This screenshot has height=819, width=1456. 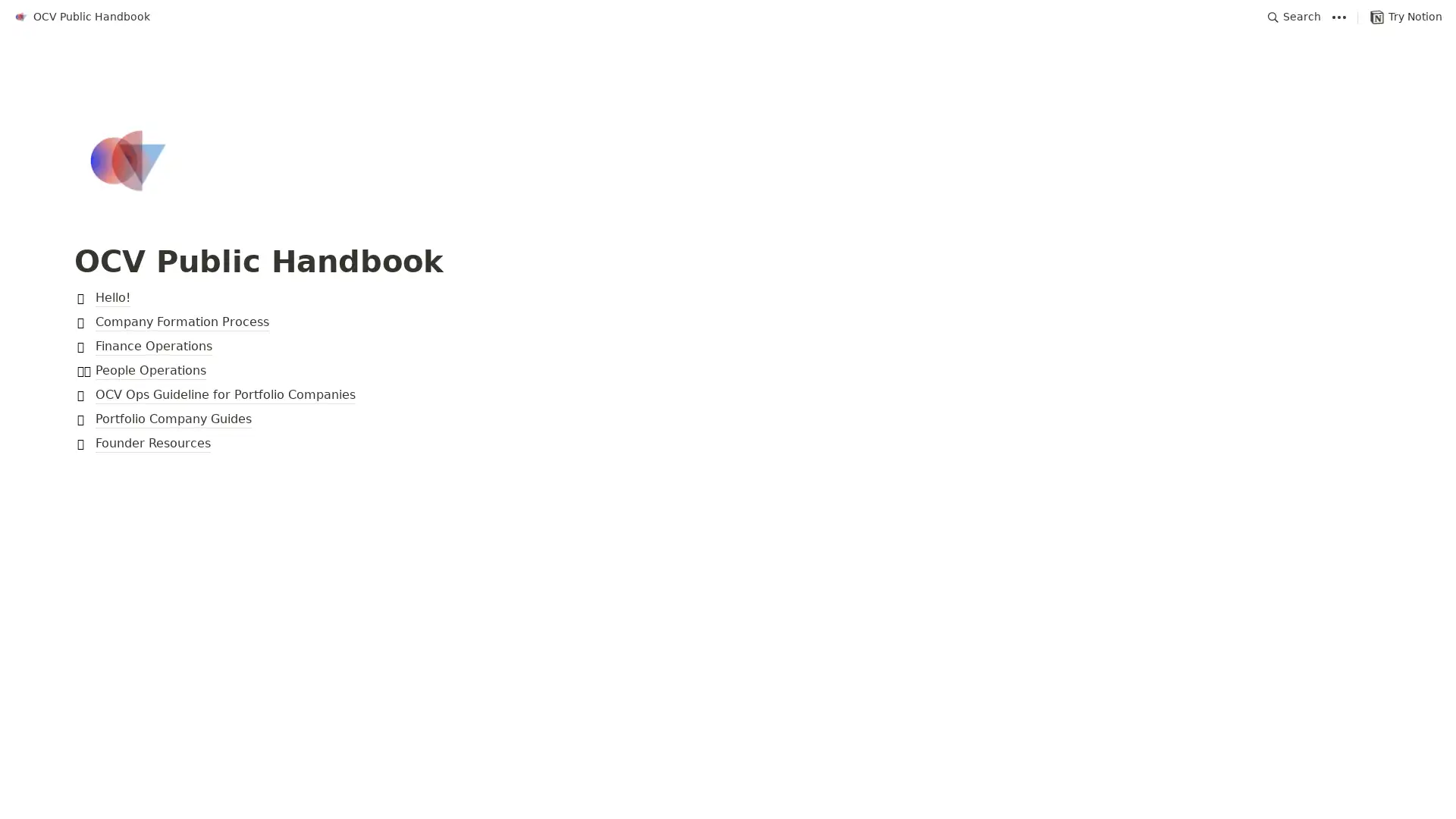 I want to click on OCV Ops Guideline for Portfolio Companies, so click(x=728, y=394).